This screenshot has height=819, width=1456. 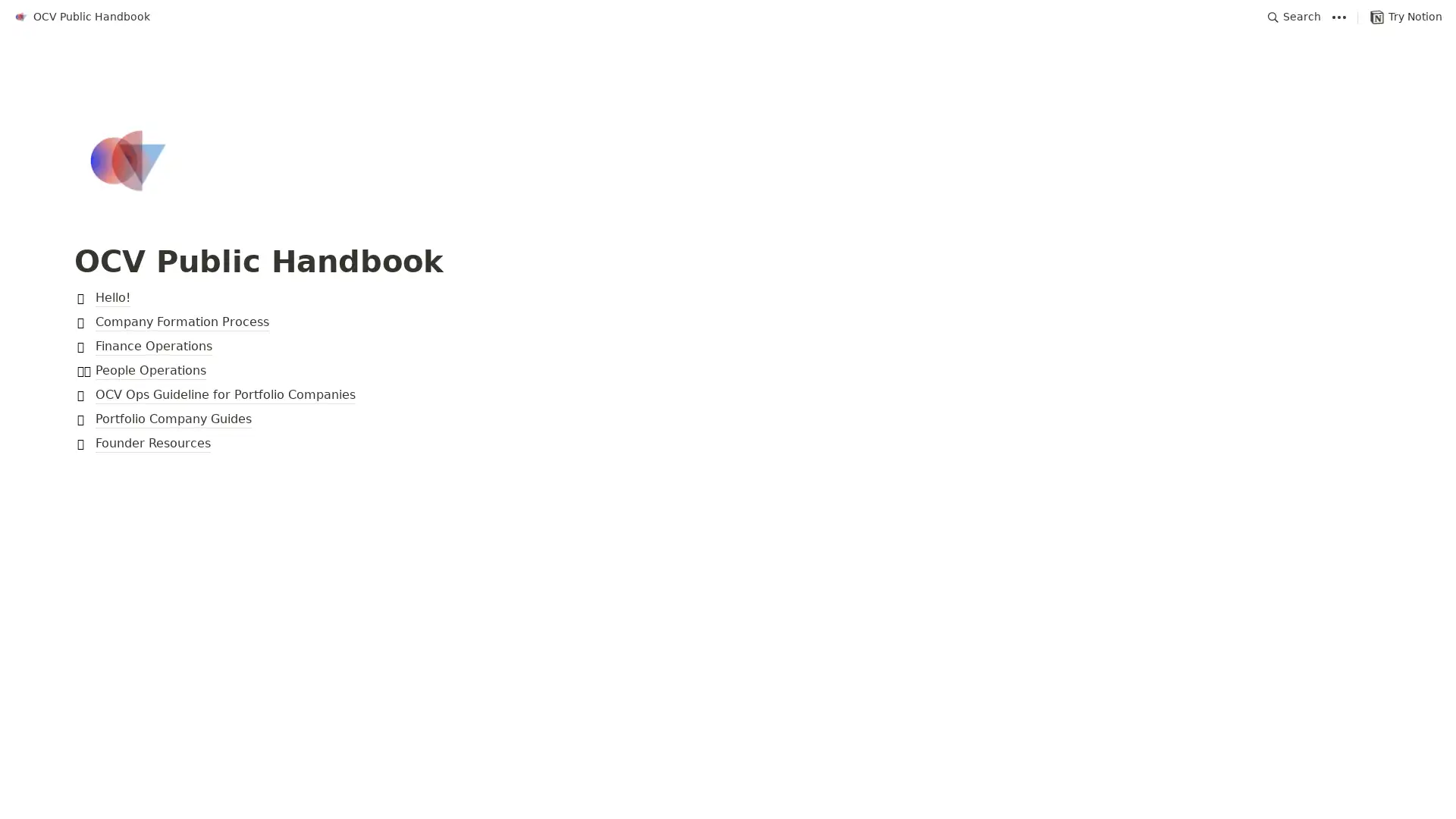 I want to click on OCV Ops Guideline for Portfolio Companies, so click(x=728, y=394).